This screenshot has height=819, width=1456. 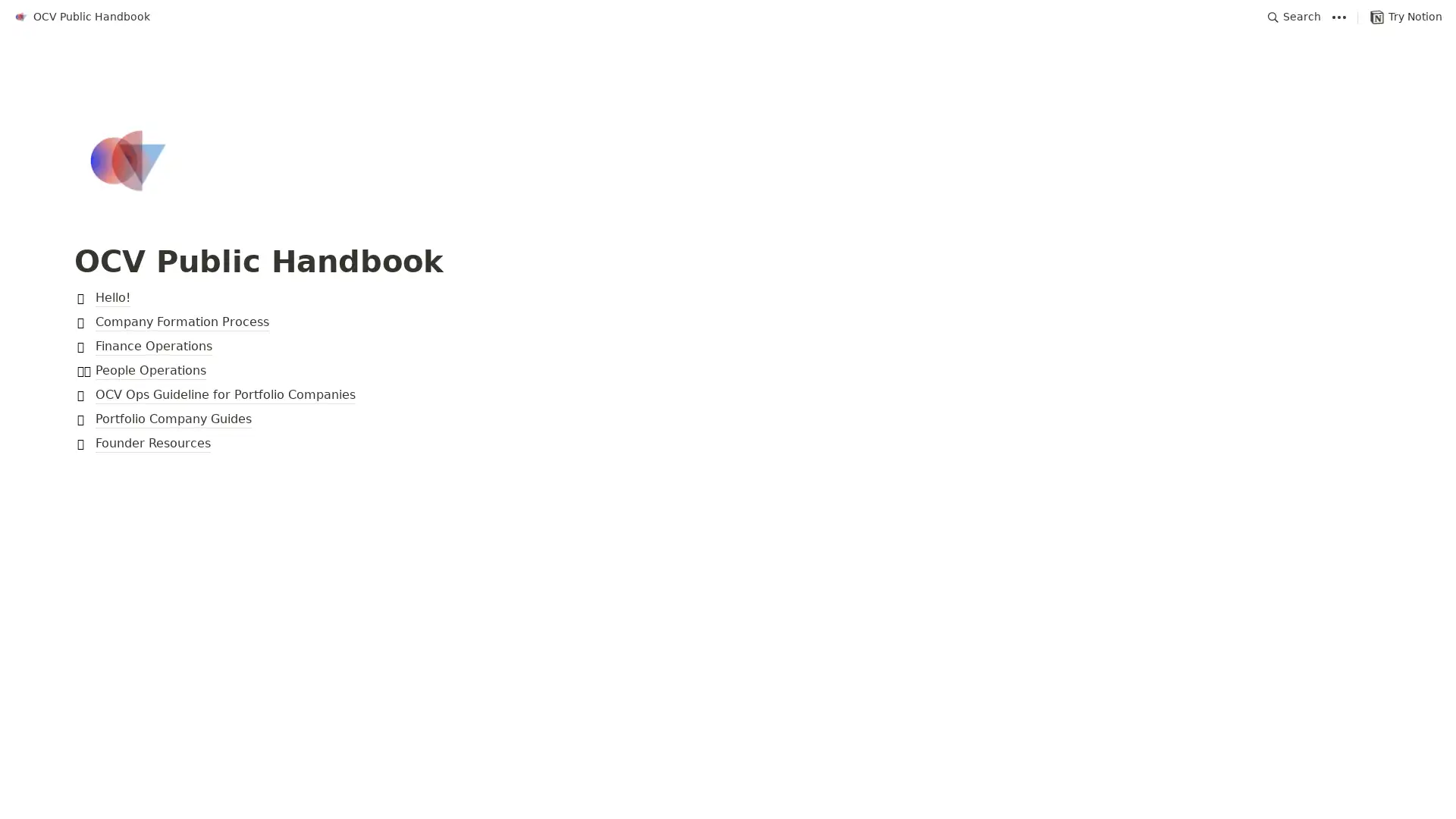 I want to click on OCV Ops Guideline for Portfolio Companies, so click(x=728, y=394).